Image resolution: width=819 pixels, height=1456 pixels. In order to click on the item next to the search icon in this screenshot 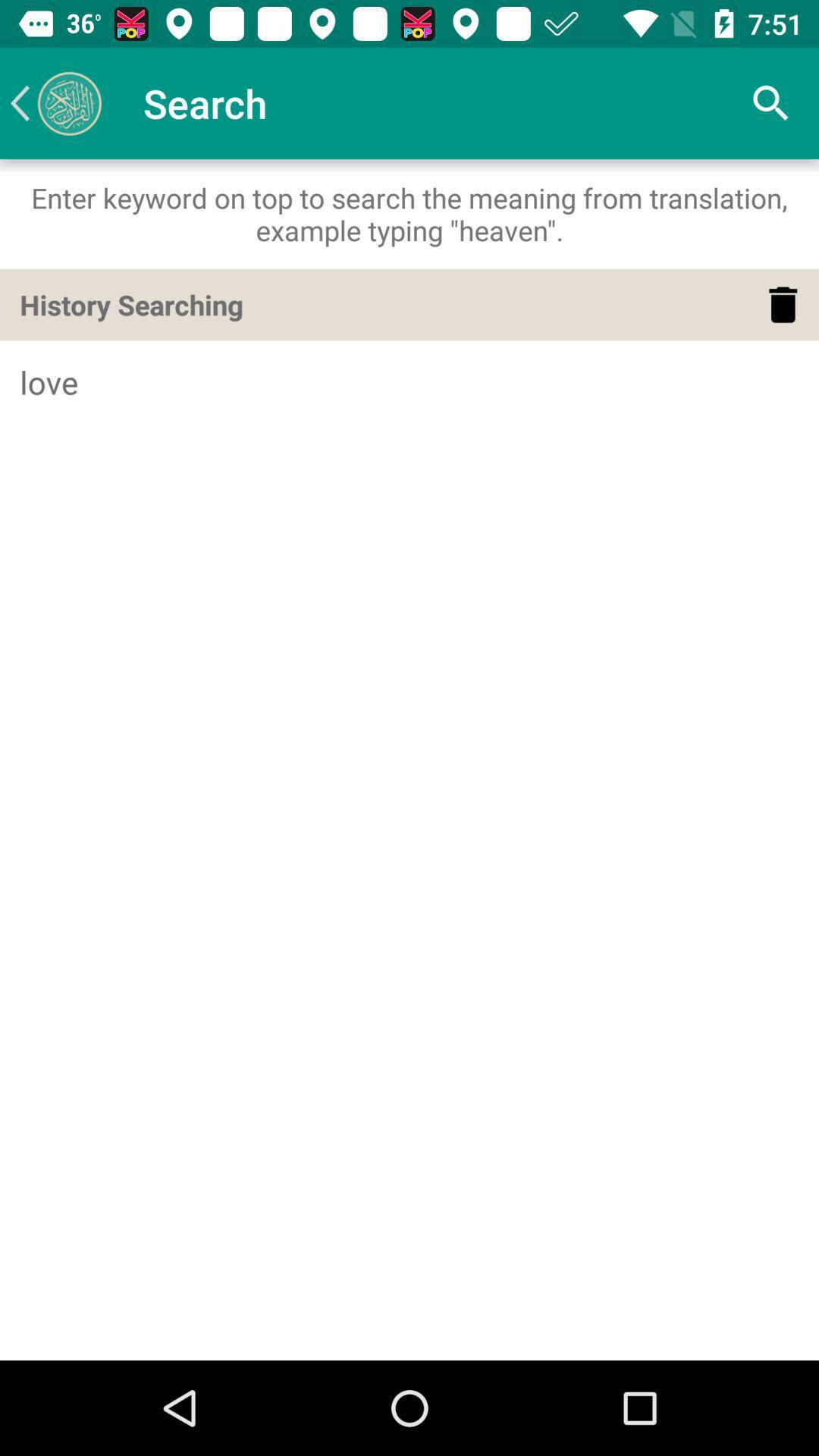, I will do `click(55, 102)`.